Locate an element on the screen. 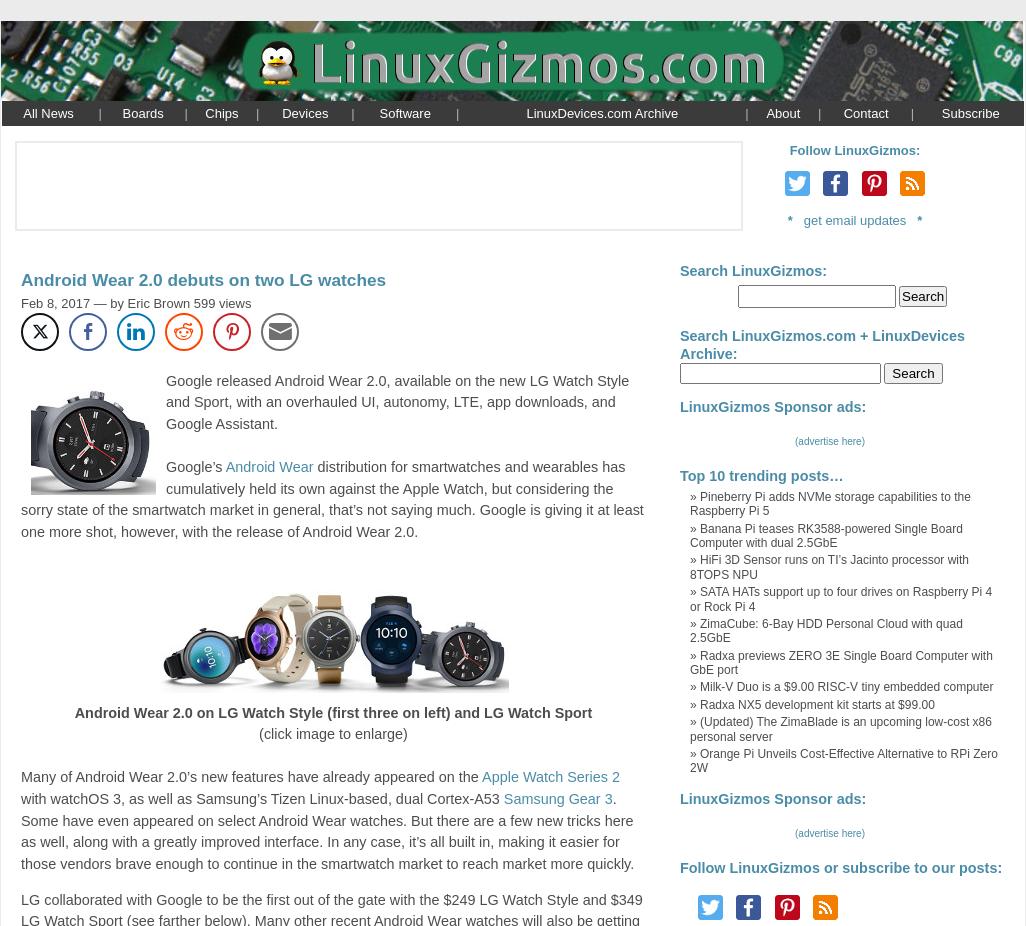 Image resolution: width=1026 pixels, height=926 pixels. 'Follow LinuxGizmos:' is located at coordinates (854, 149).